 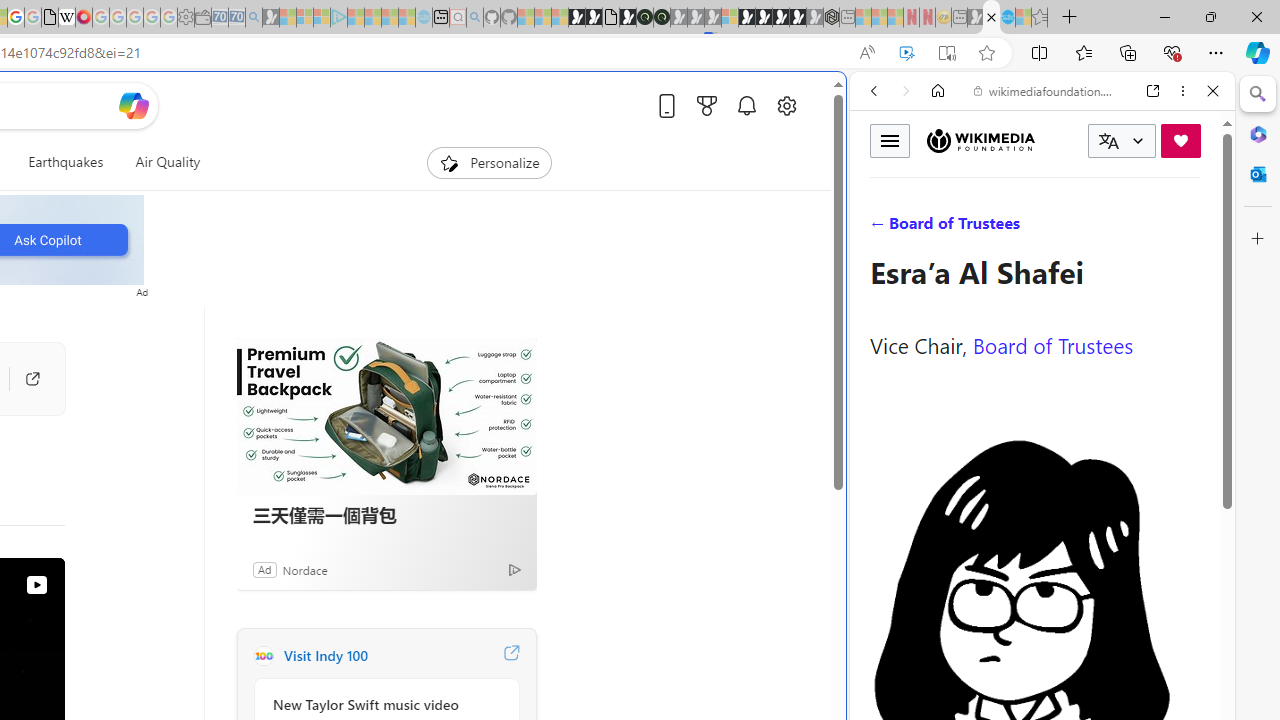 I want to click on 'Favorites - Sleeping', so click(x=1039, y=17).